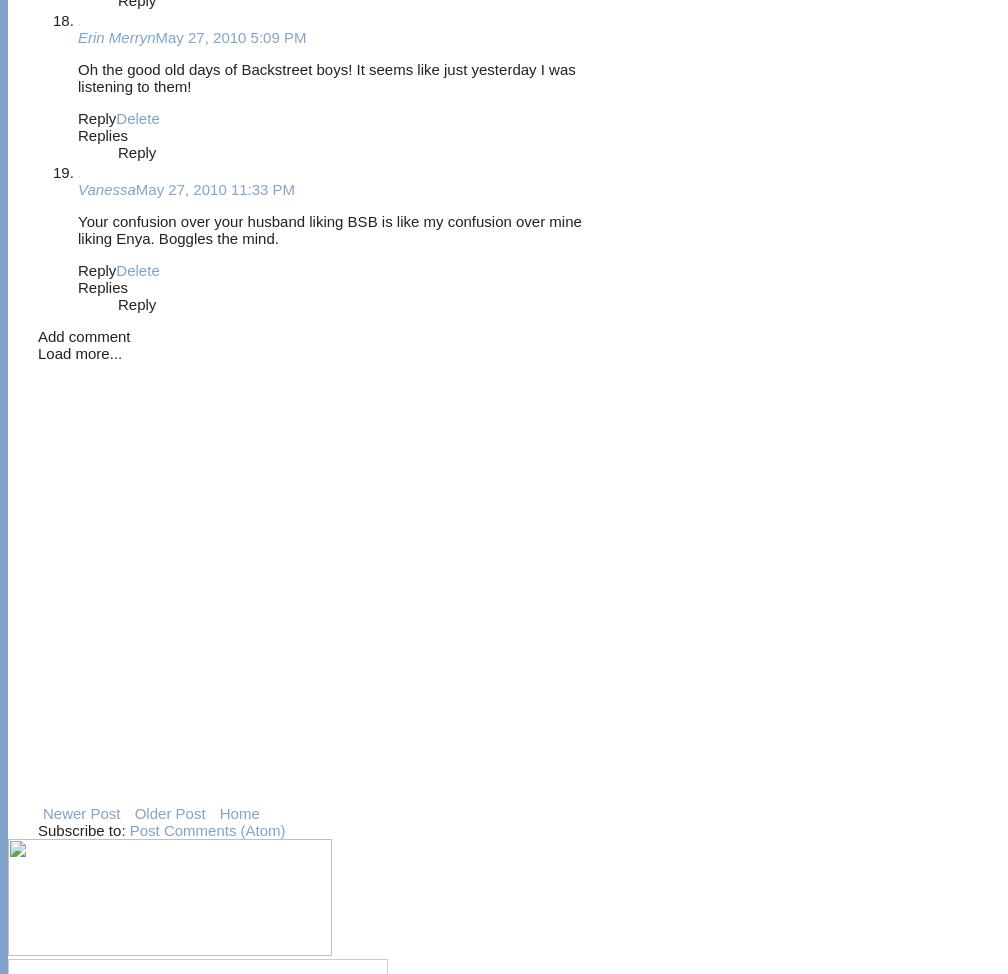 Image resolution: width=1008 pixels, height=974 pixels. What do you see at coordinates (169, 812) in the screenshot?
I see `'Older Post'` at bounding box center [169, 812].